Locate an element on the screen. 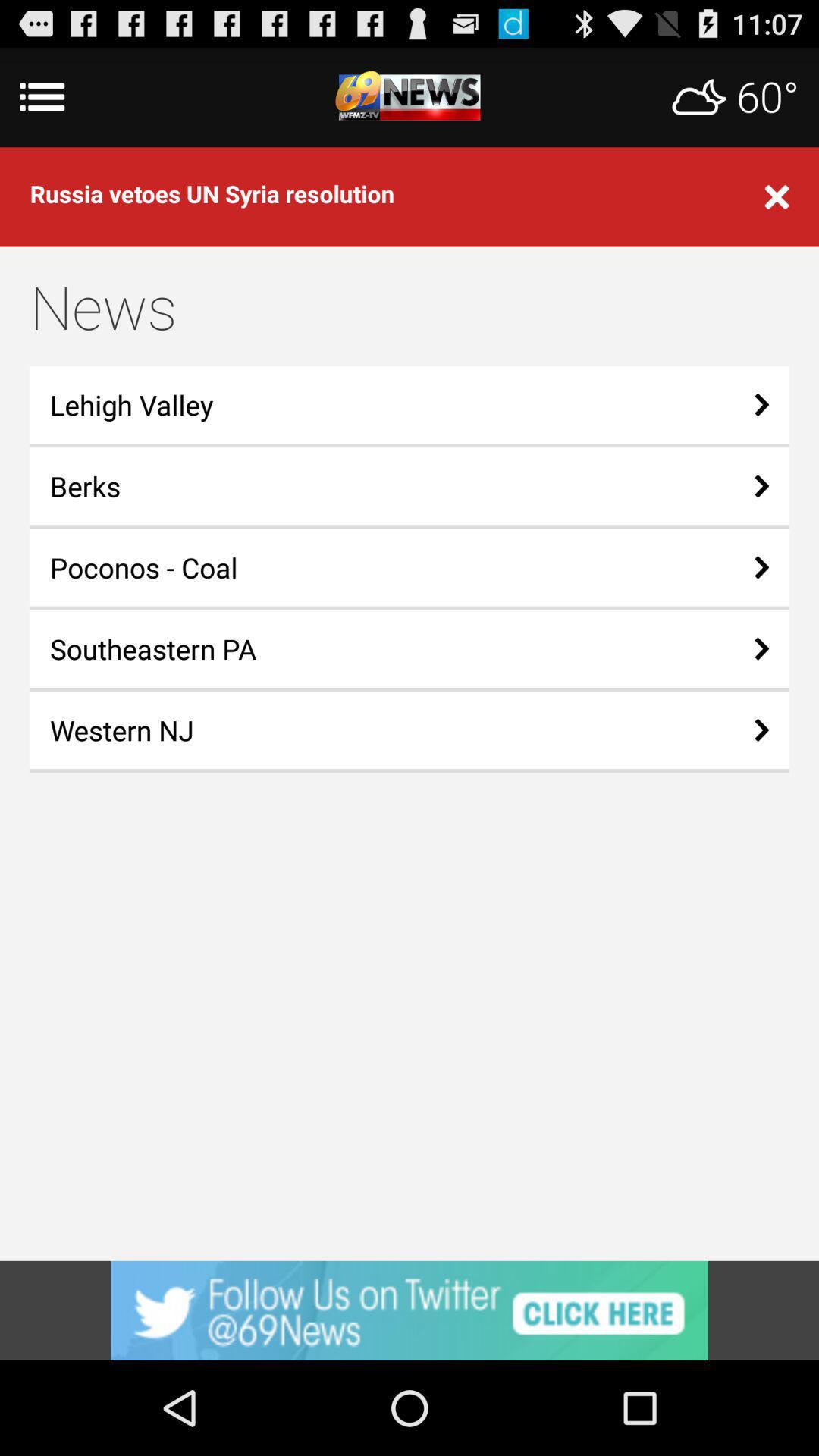 The width and height of the screenshot is (819, 1456). main meanu is located at coordinates (409, 96).